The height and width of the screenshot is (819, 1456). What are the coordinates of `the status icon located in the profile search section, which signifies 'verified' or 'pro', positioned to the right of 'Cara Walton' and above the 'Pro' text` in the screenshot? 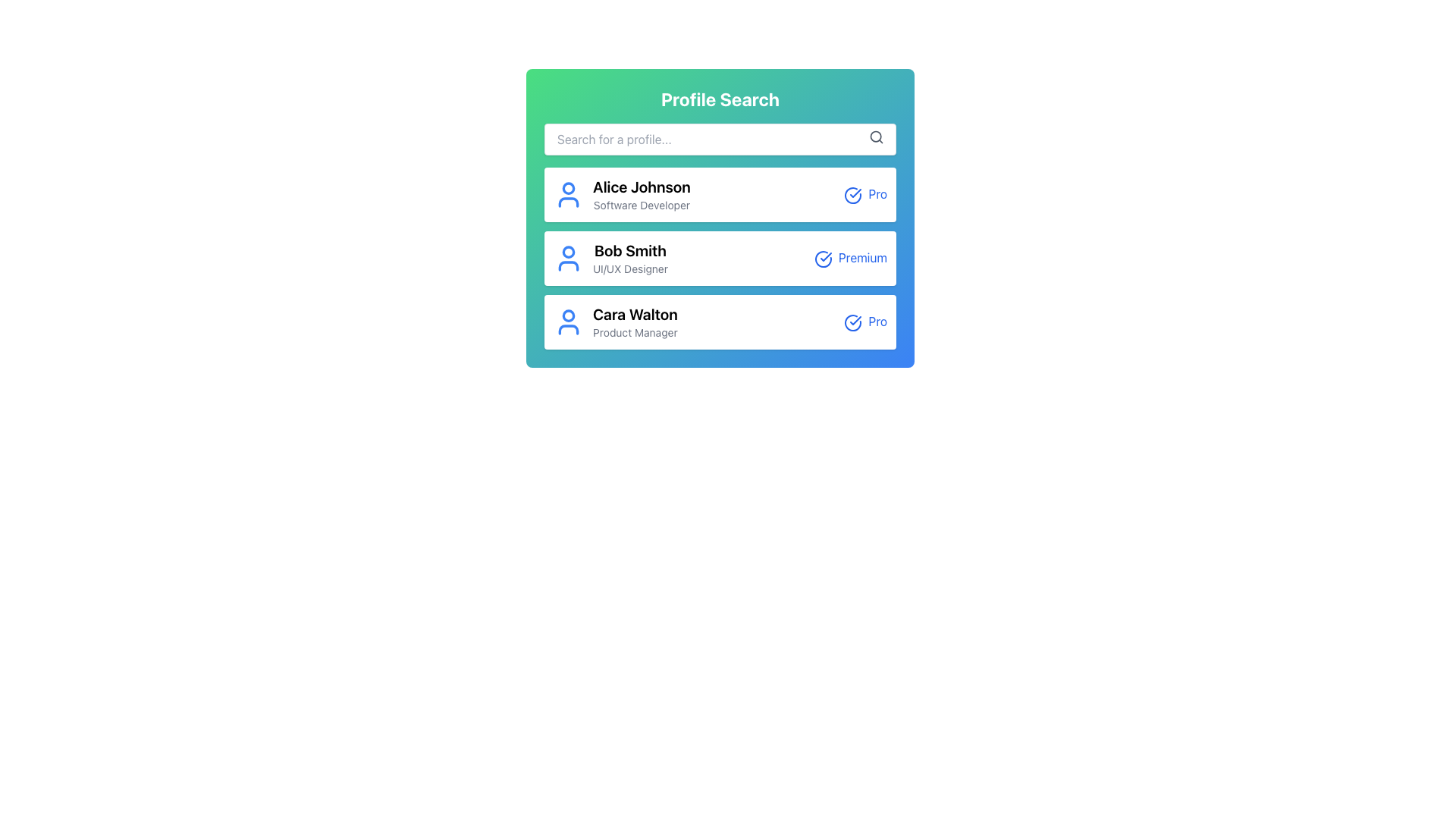 It's located at (853, 322).